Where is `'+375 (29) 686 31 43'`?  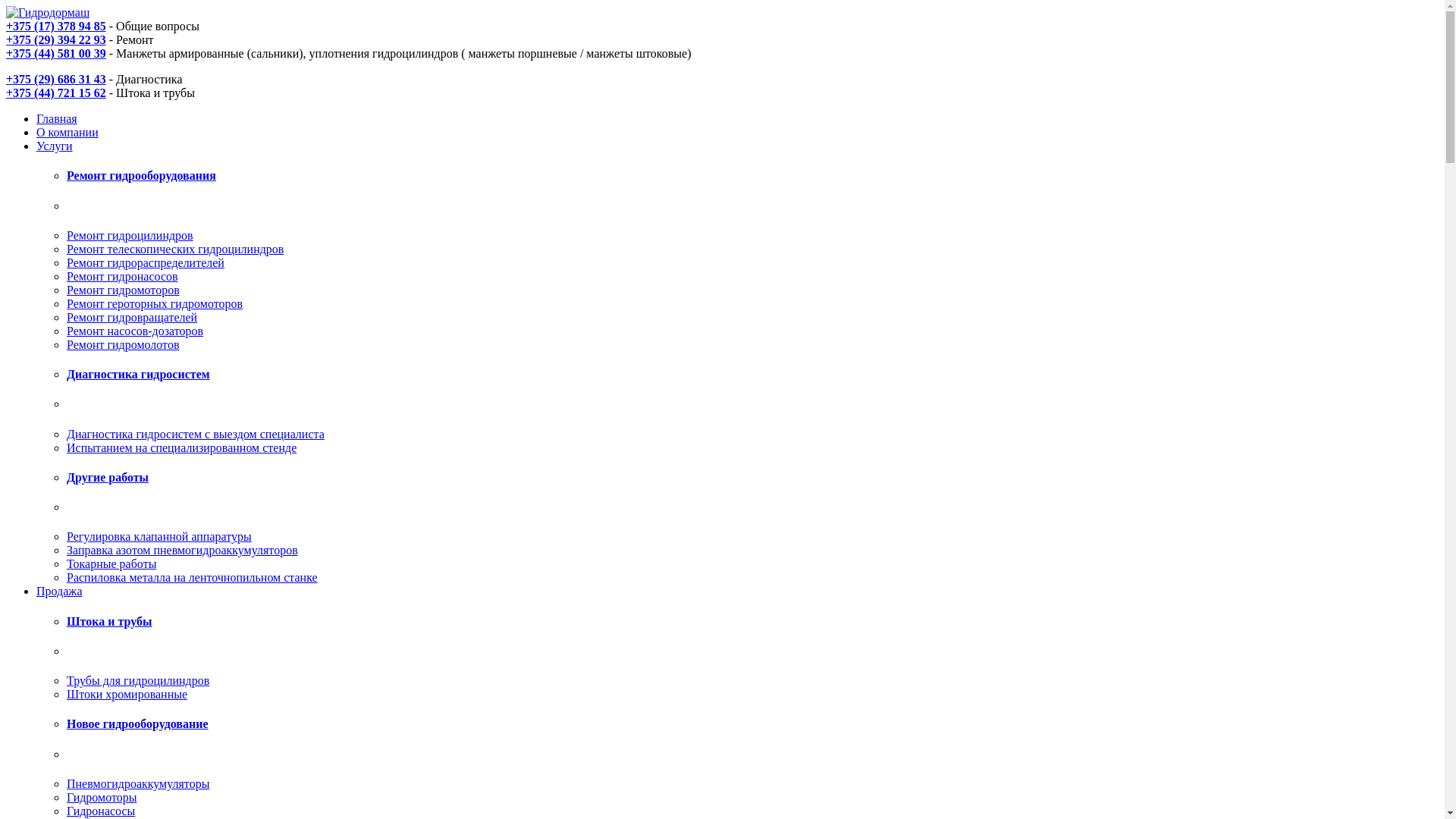
'+375 (29) 686 31 43' is located at coordinates (55, 79).